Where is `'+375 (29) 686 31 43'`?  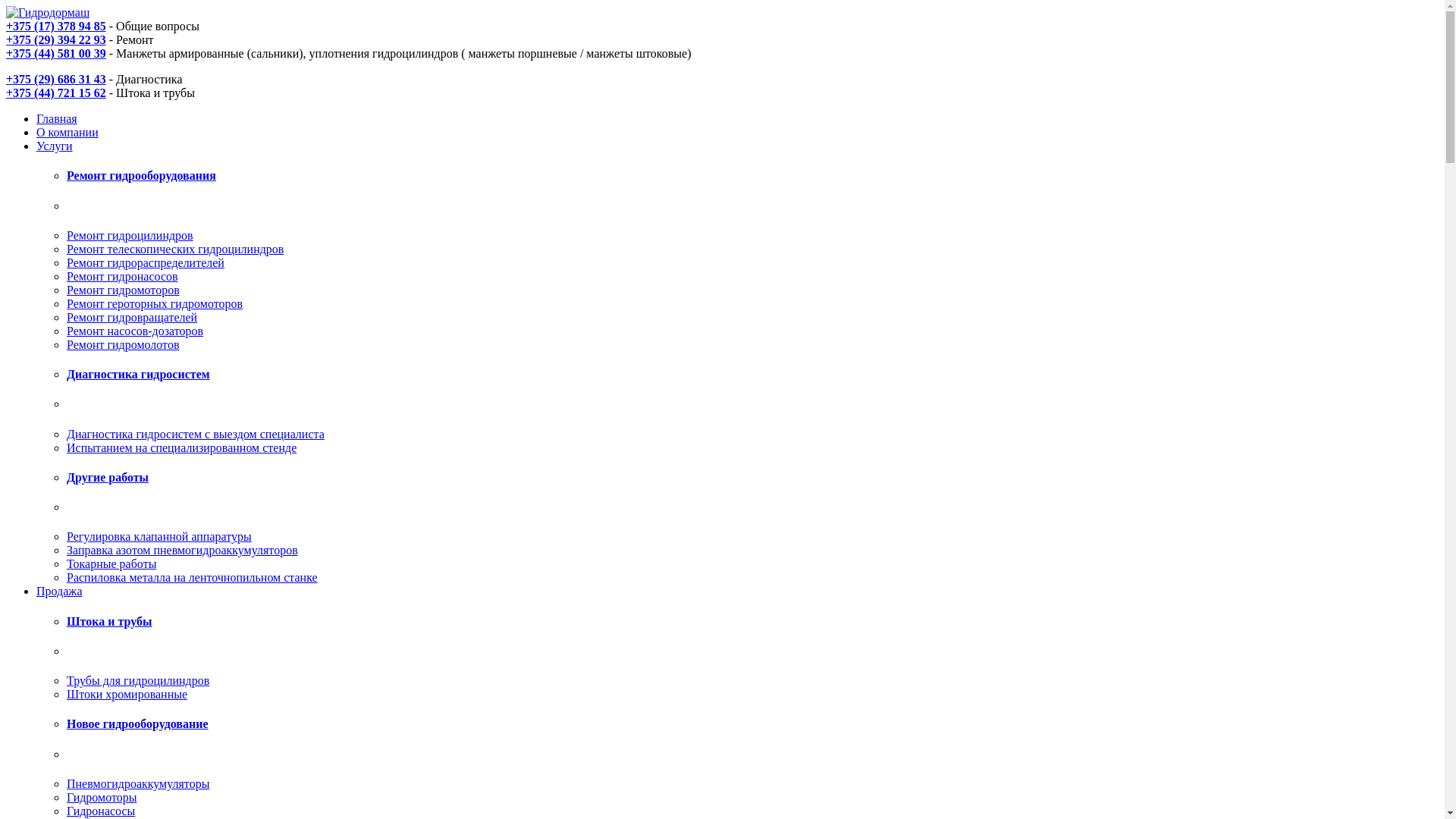
'+375 (29) 686 31 43' is located at coordinates (55, 79).